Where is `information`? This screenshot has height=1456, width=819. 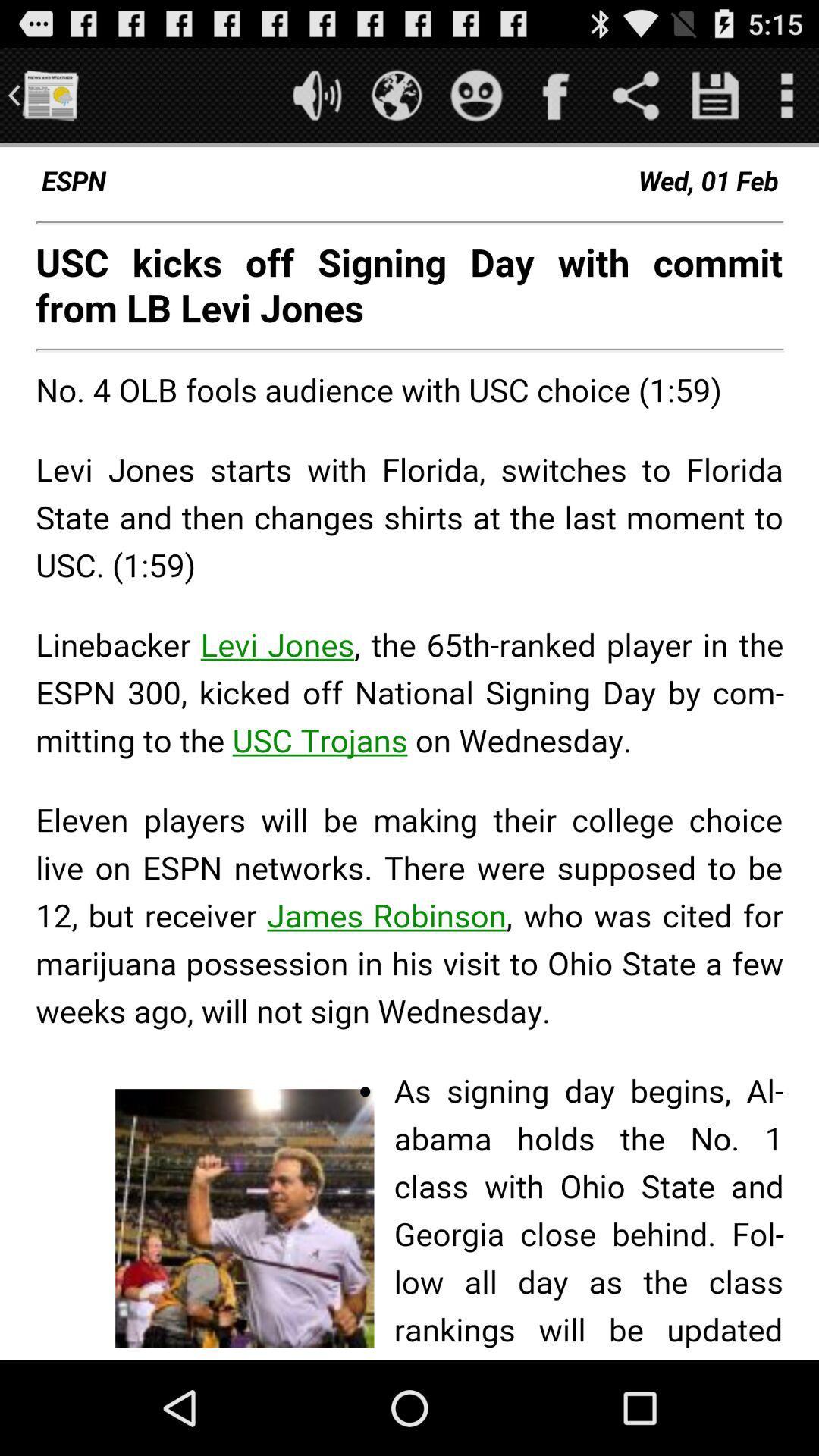
information is located at coordinates (715, 94).